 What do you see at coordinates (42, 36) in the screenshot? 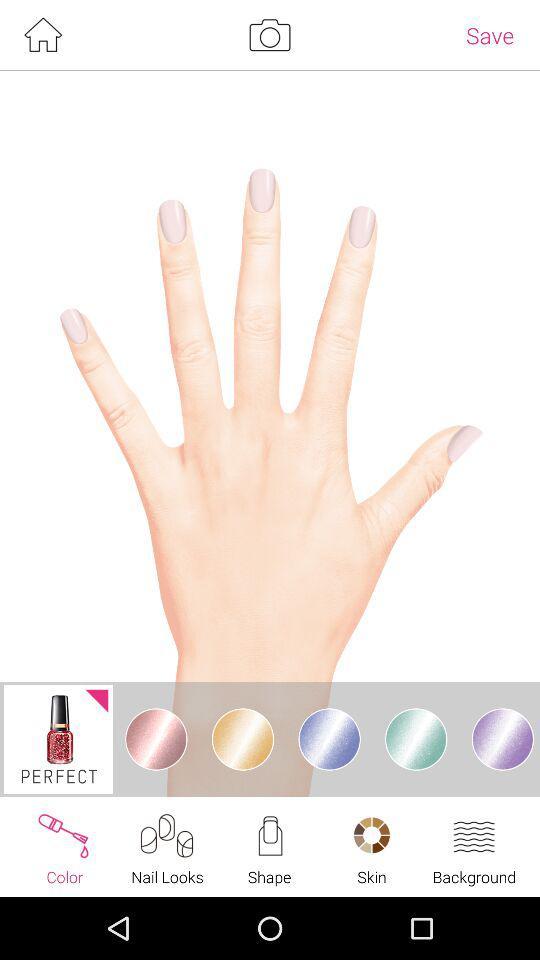
I see `the home icon` at bounding box center [42, 36].